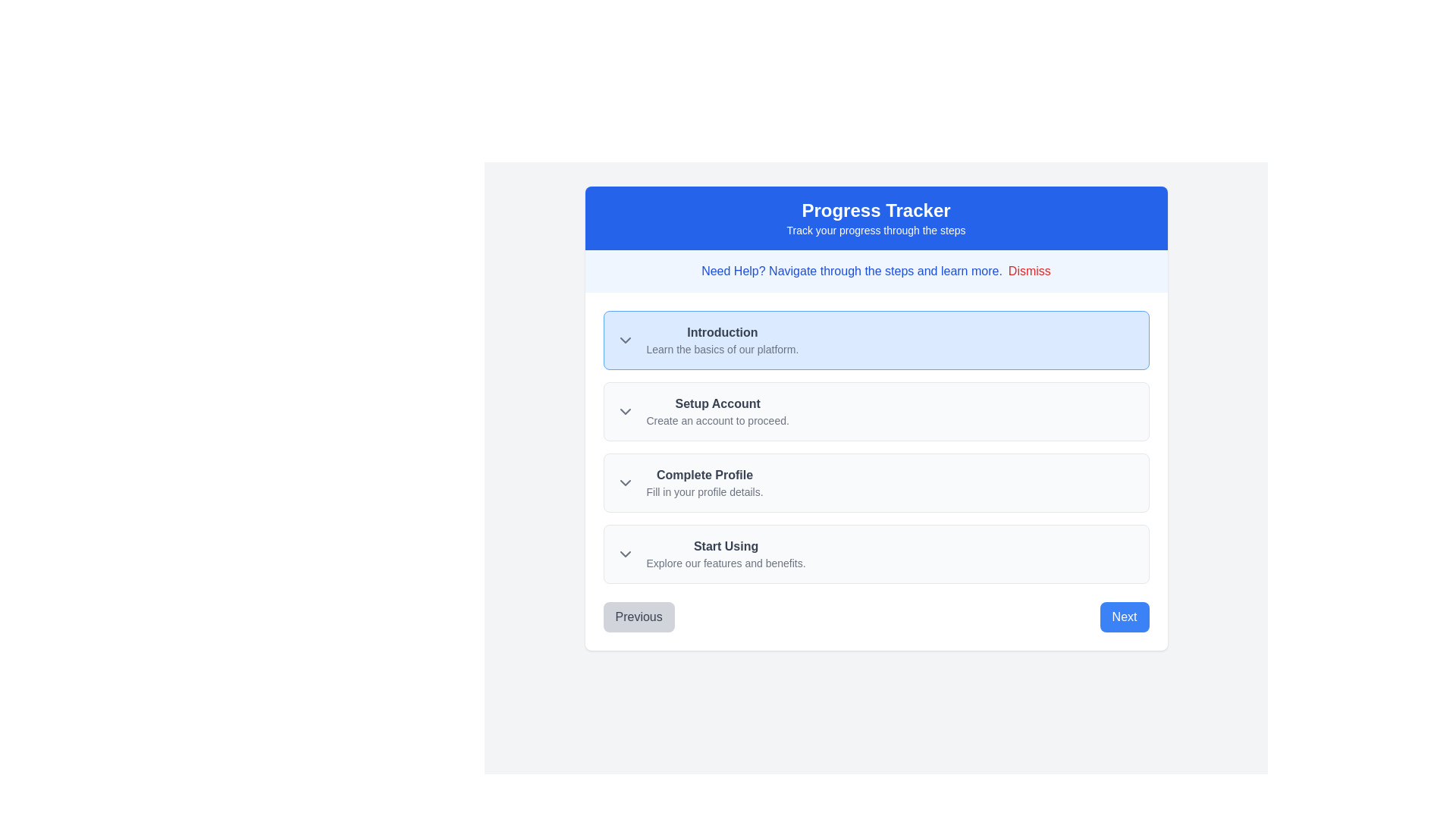  I want to click on the Text Display (Informative Label) indicating the need to complete profile details, positioned within the Progress Tracker interface, between 'Setup Account' and 'Start Using', so click(704, 482).